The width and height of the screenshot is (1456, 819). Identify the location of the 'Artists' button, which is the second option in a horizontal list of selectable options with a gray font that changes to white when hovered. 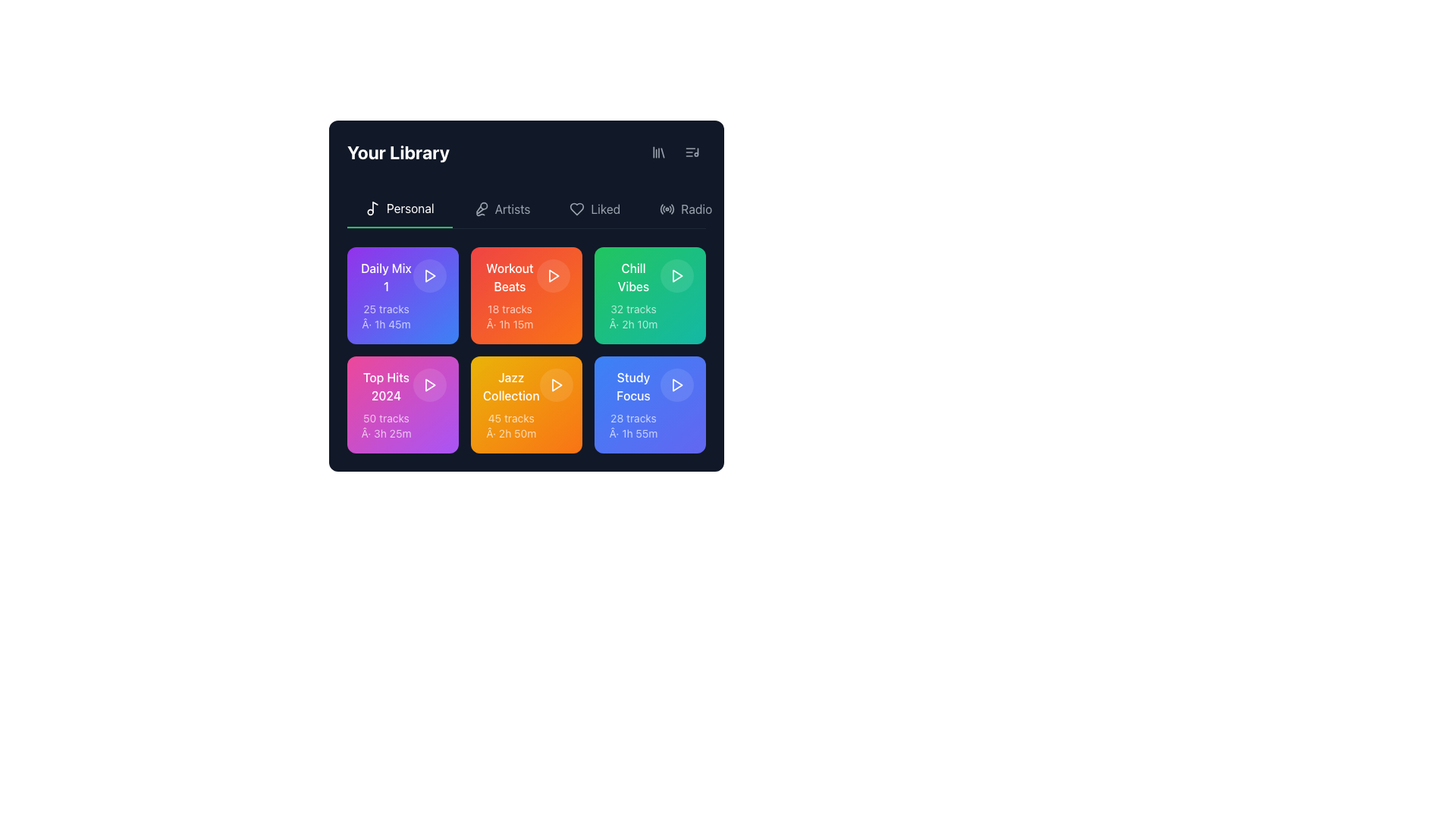
(502, 209).